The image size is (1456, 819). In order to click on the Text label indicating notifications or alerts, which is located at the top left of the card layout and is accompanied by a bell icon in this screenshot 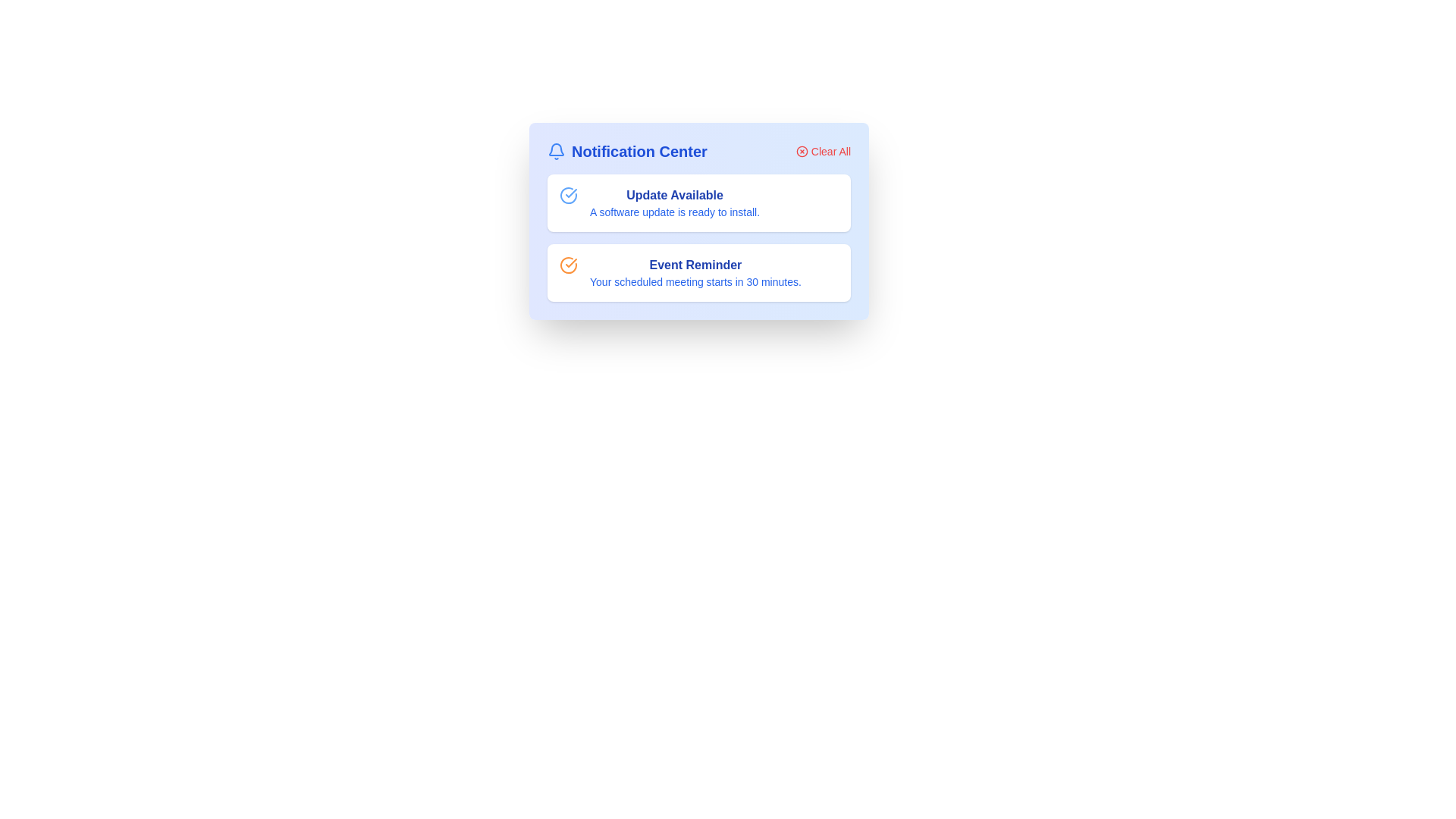, I will do `click(627, 152)`.